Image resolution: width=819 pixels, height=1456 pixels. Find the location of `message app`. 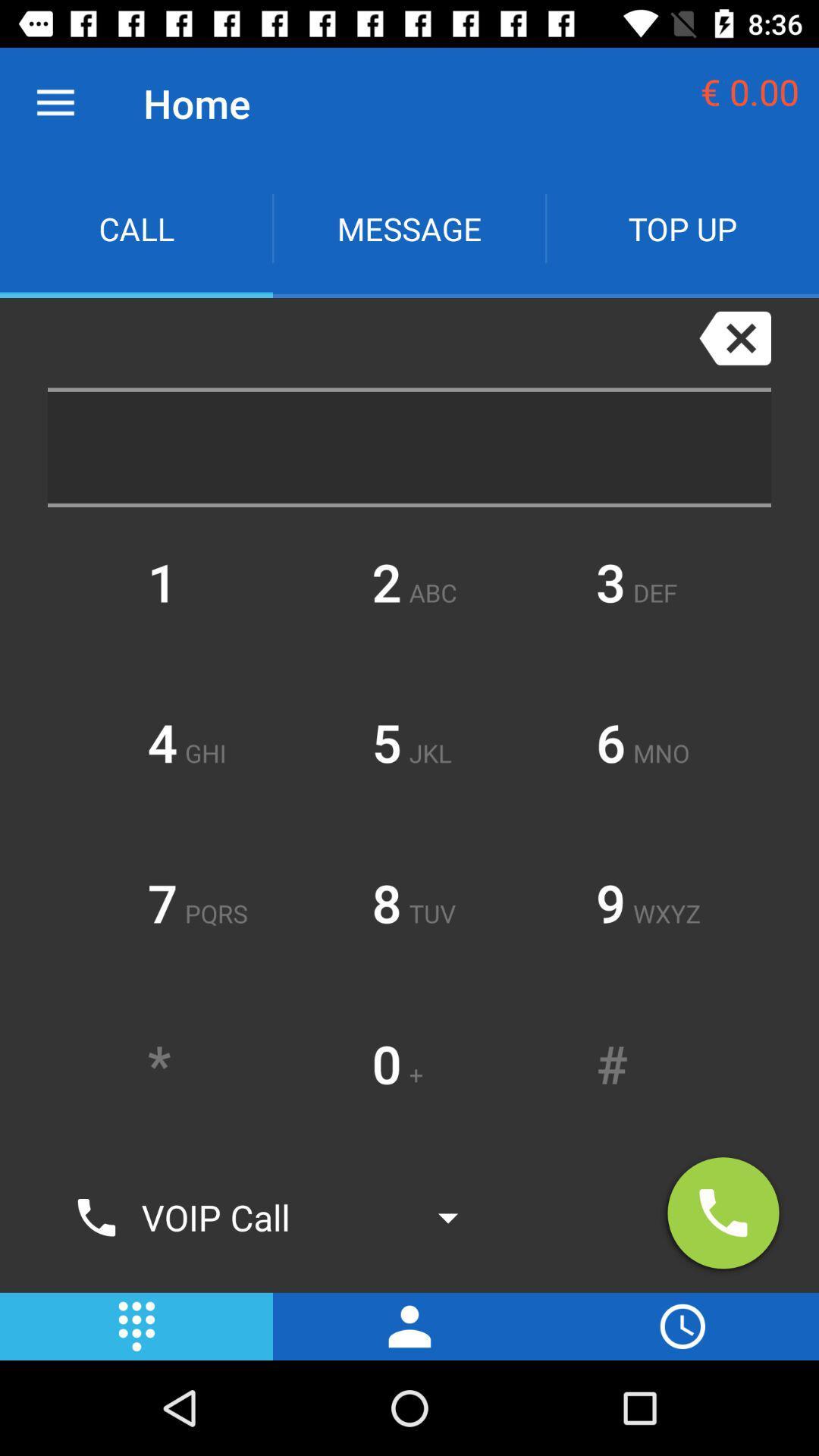

message app is located at coordinates (409, 227).